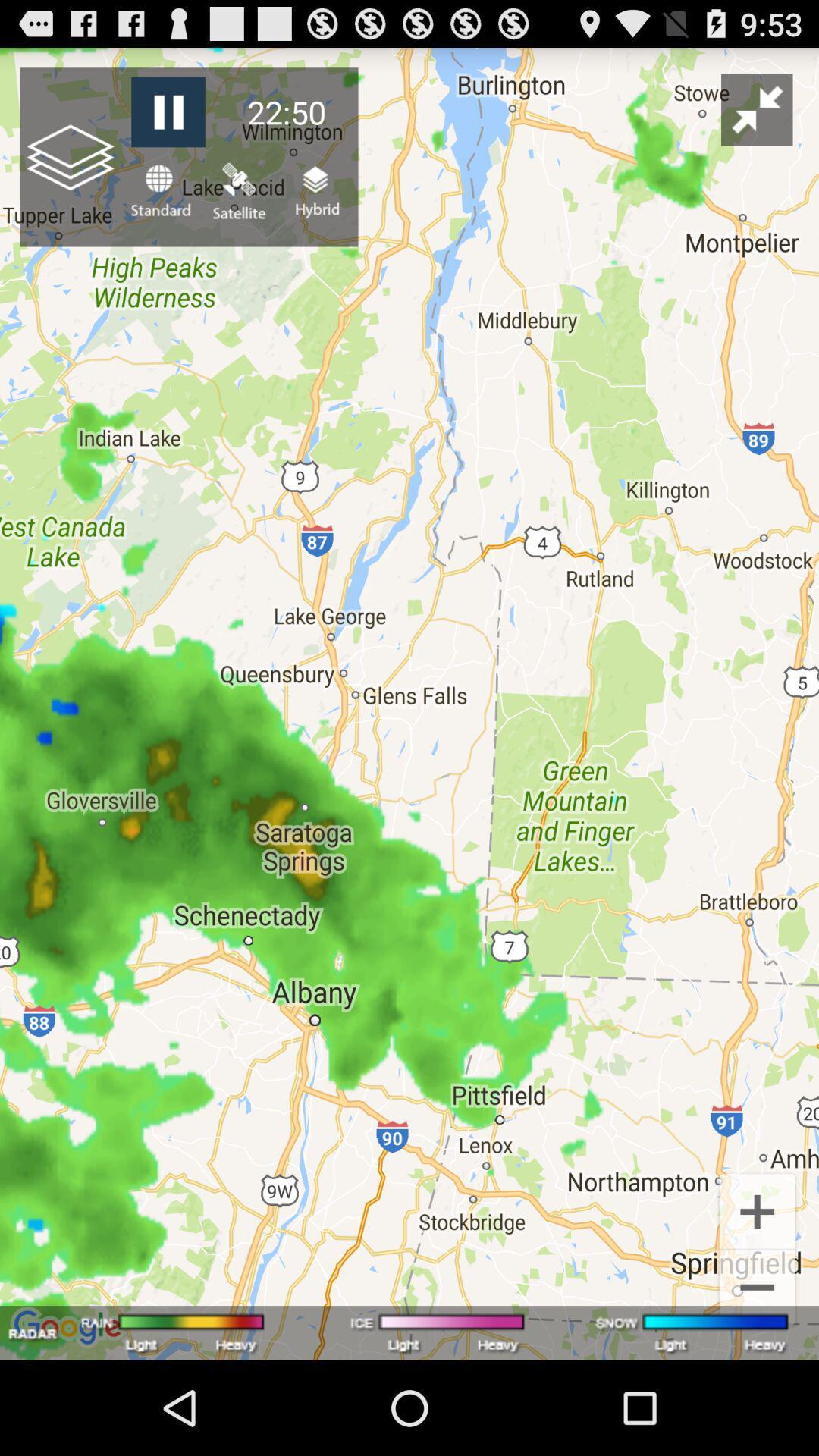 The width and height of the screenshot is (819, 1456). What do you see at coordinates (168, 119) in the screenshot?
I see `the pause icon` at bounding box center [168, 119].